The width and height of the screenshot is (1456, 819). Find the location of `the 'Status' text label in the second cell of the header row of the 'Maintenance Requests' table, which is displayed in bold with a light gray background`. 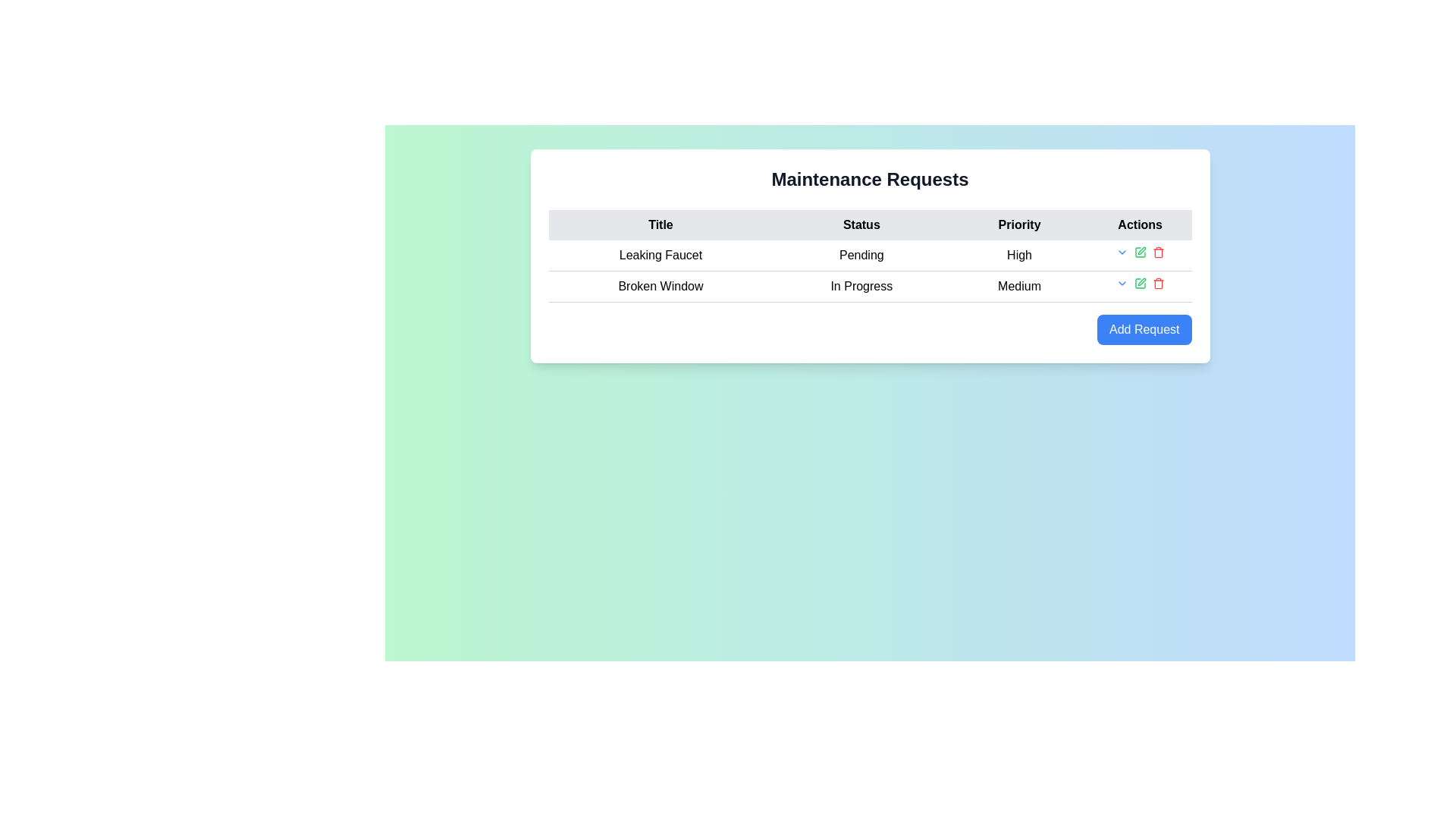

the 'Status' text label in the second cell of the header row of the 'Maintenance Requests' table, which is displayed in bold with a light gray background is located at coordinates (861, 225).